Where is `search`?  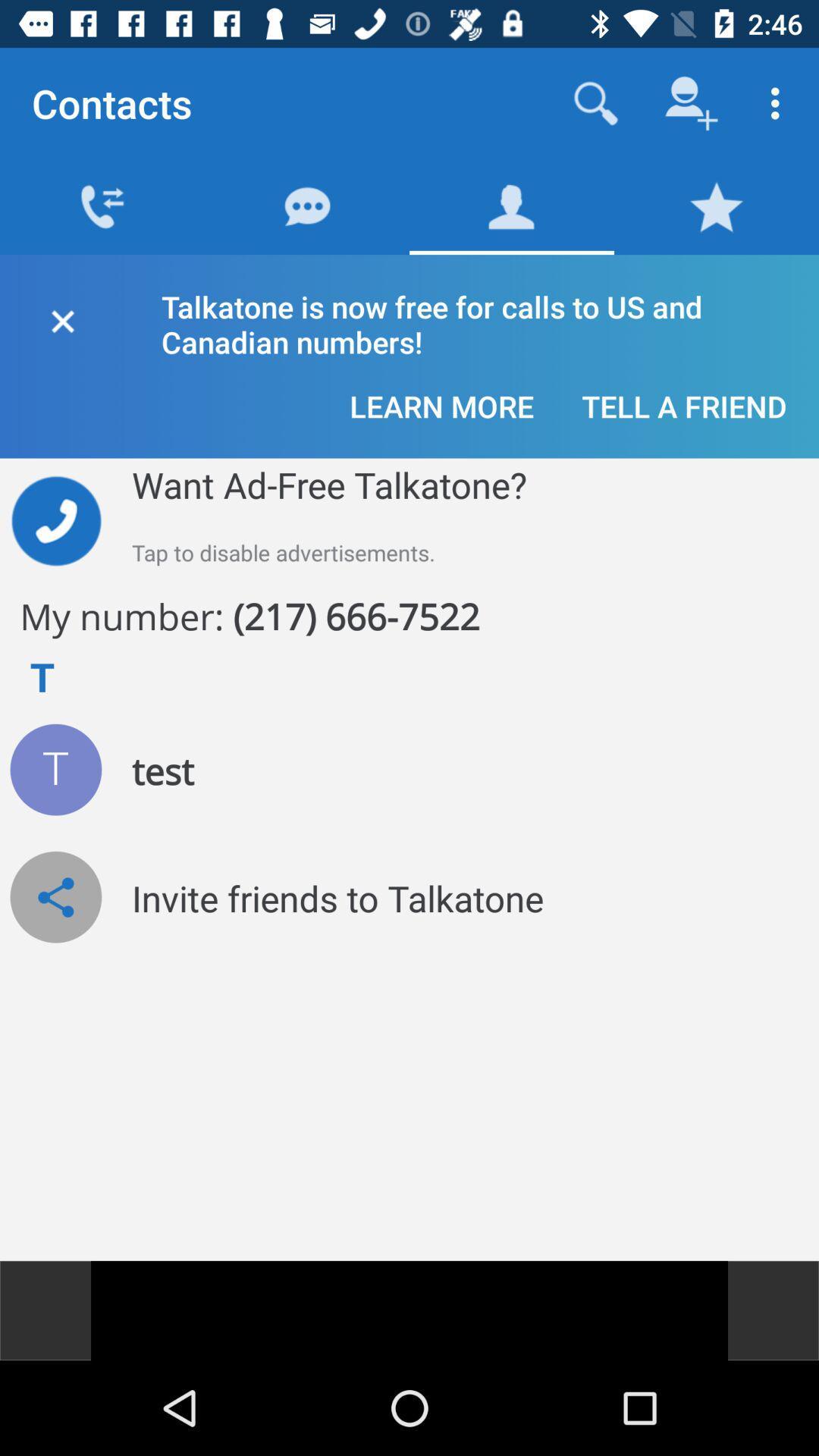
search is located at coordinates (595, 102).